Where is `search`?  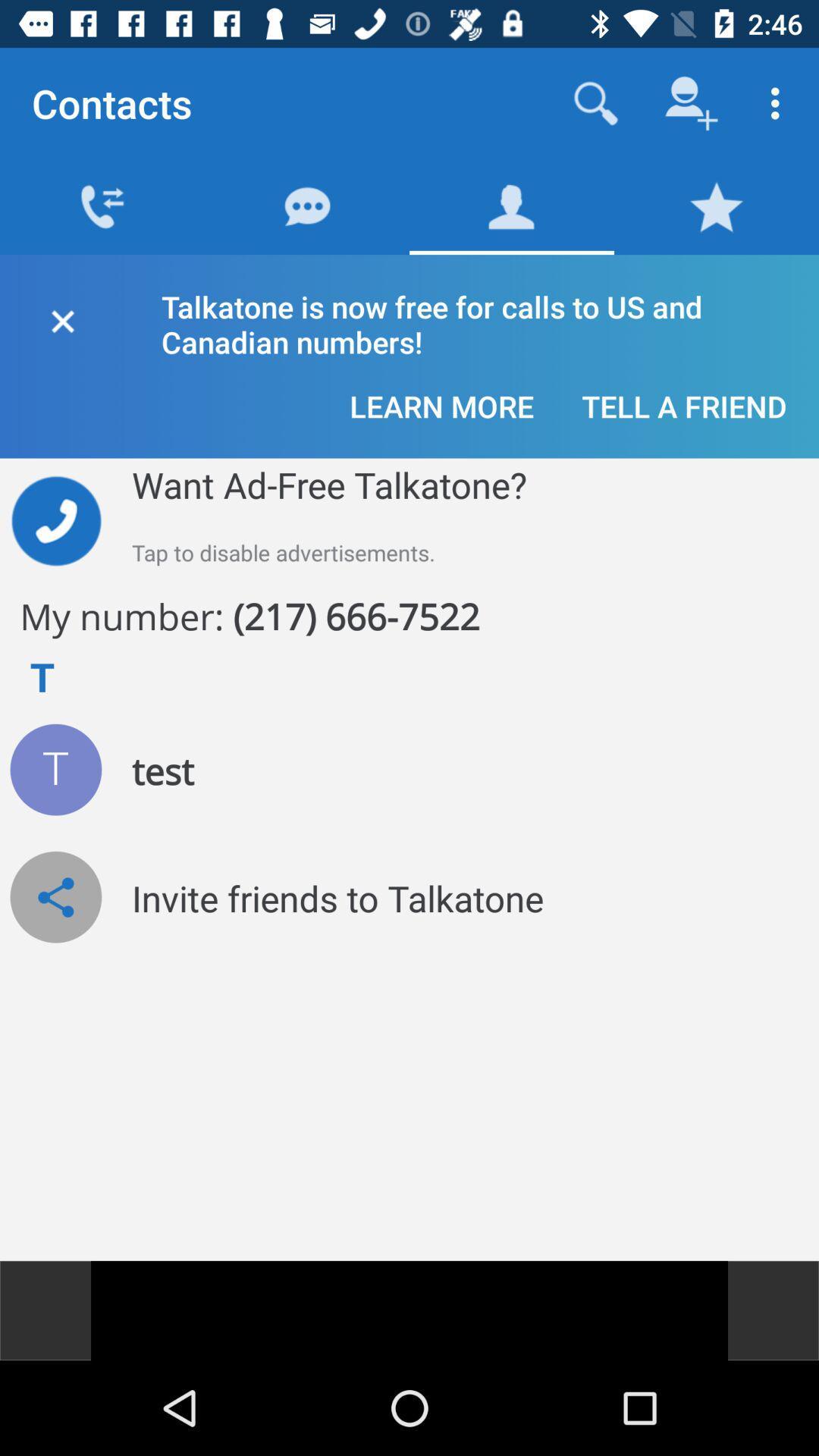
search is located at coordinates (595, 102).